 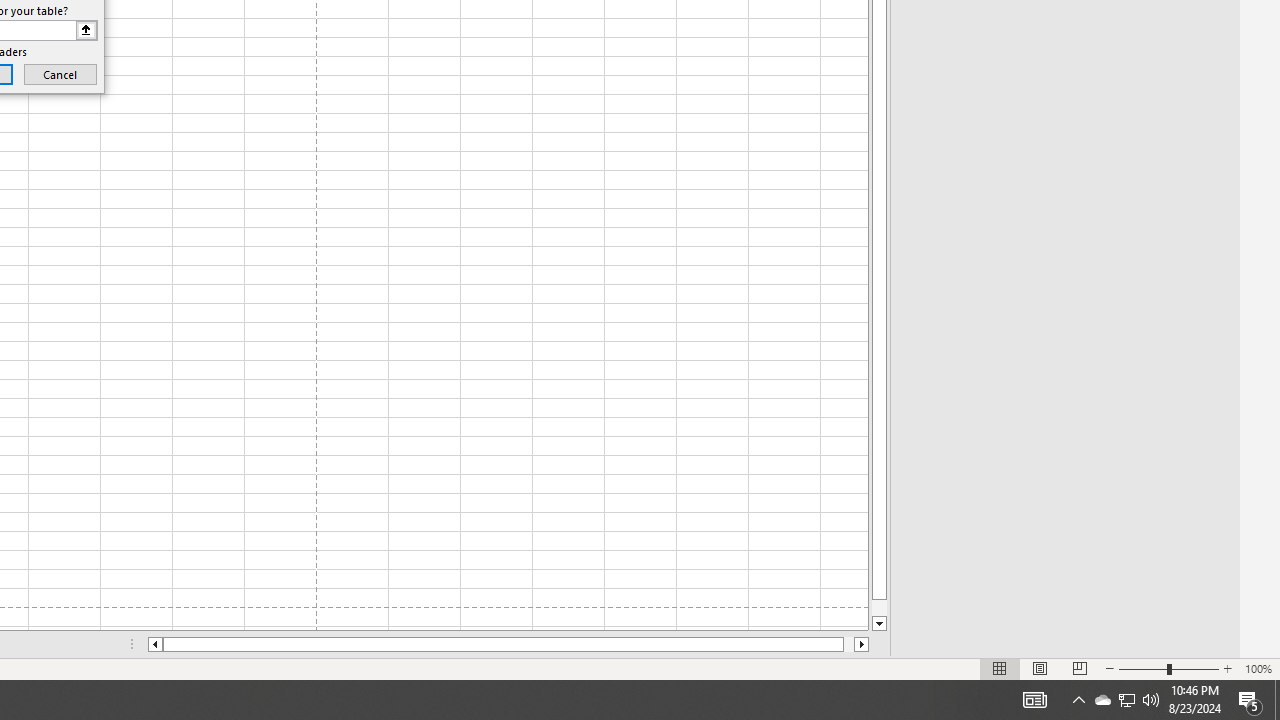 I want to click on 'Line down', so click(x=879, y=623).